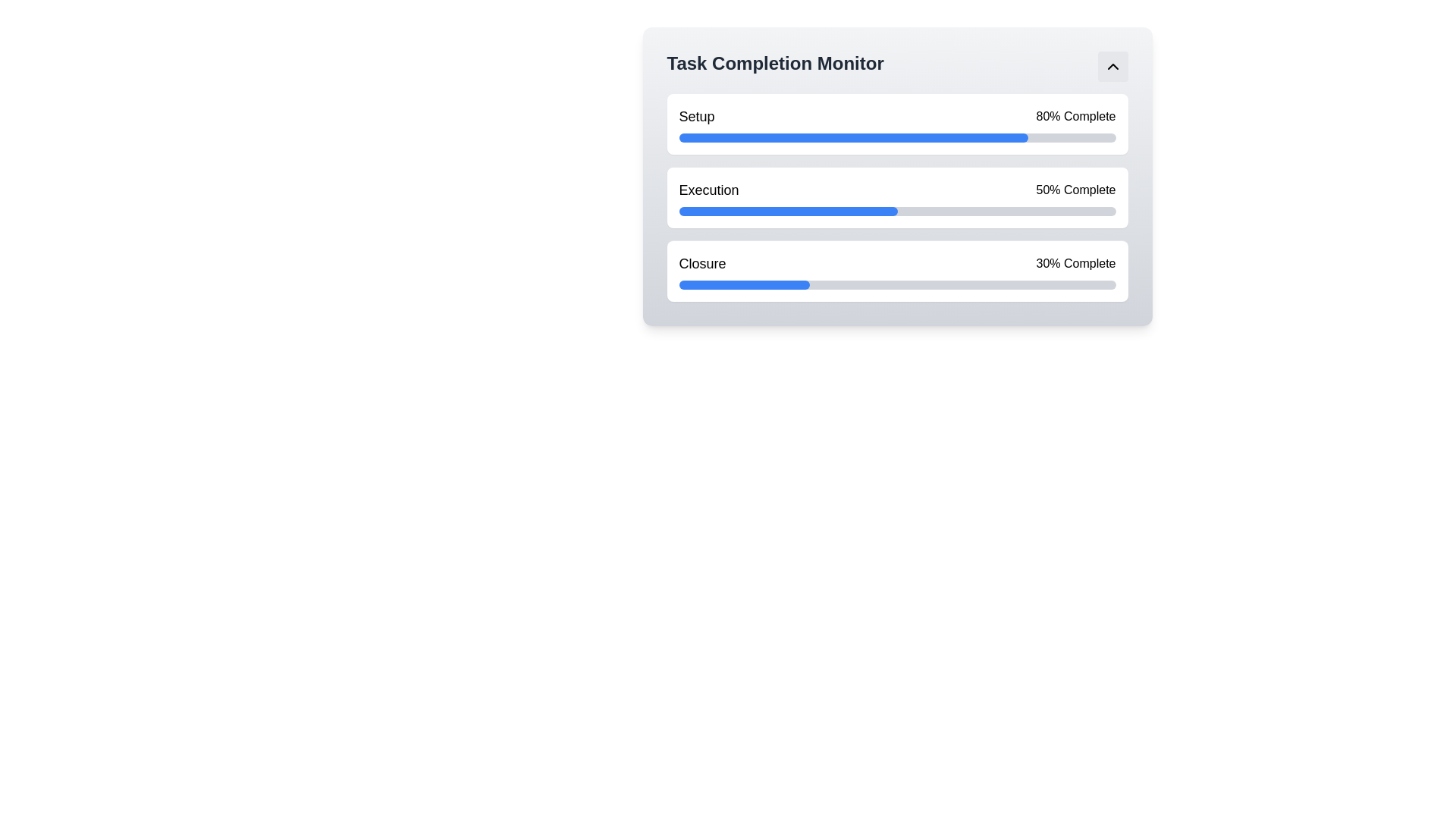 This screenshot has height=819, width=1456. I want to click on the upward-facing chevron arrow icon located in the top-right corner of the 'Task Completion Monitor' card, so click(1112, 66).